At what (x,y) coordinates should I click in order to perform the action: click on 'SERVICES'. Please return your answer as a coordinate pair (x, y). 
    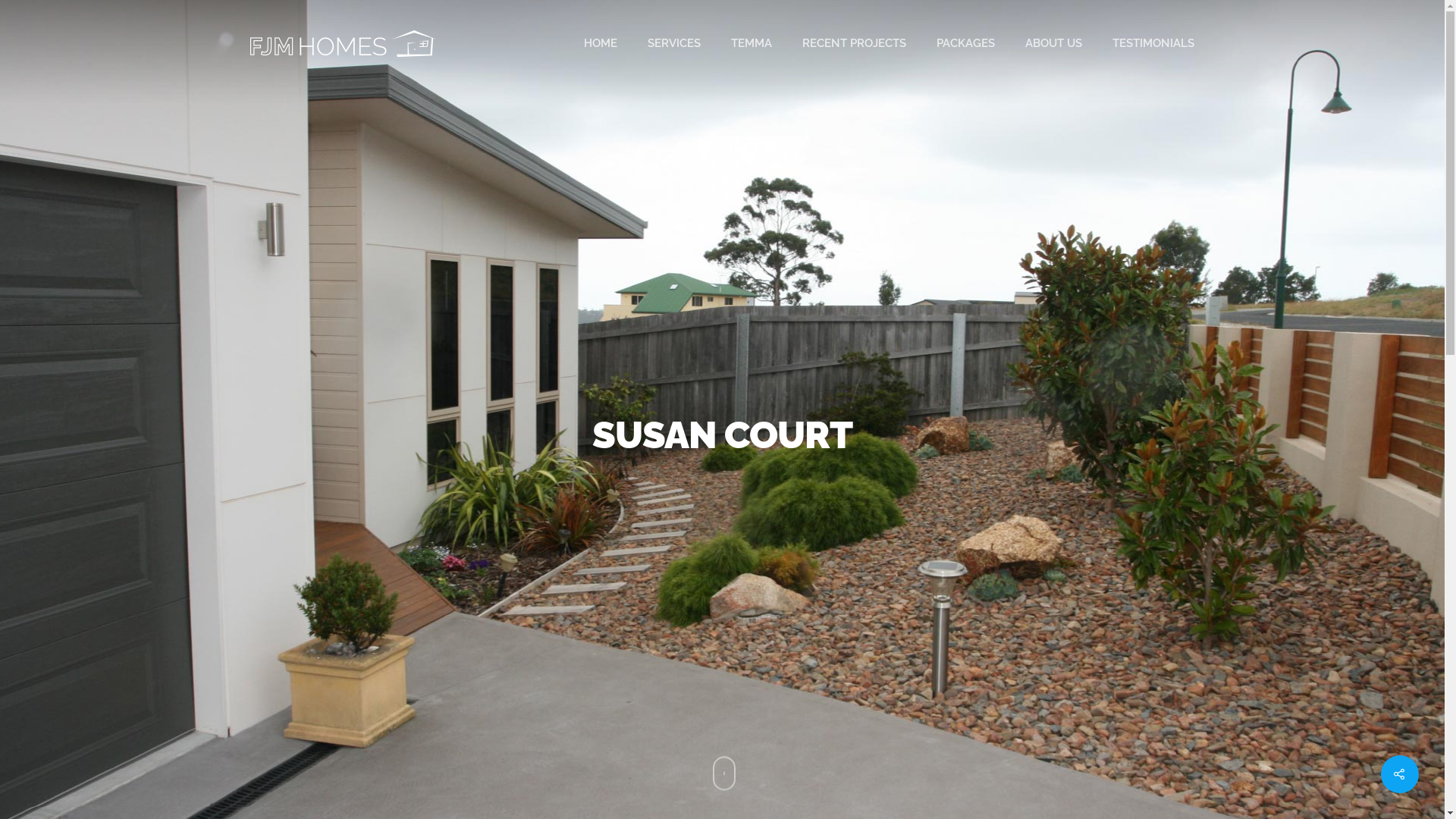
    Looking at the image, I should click on (673, 42).